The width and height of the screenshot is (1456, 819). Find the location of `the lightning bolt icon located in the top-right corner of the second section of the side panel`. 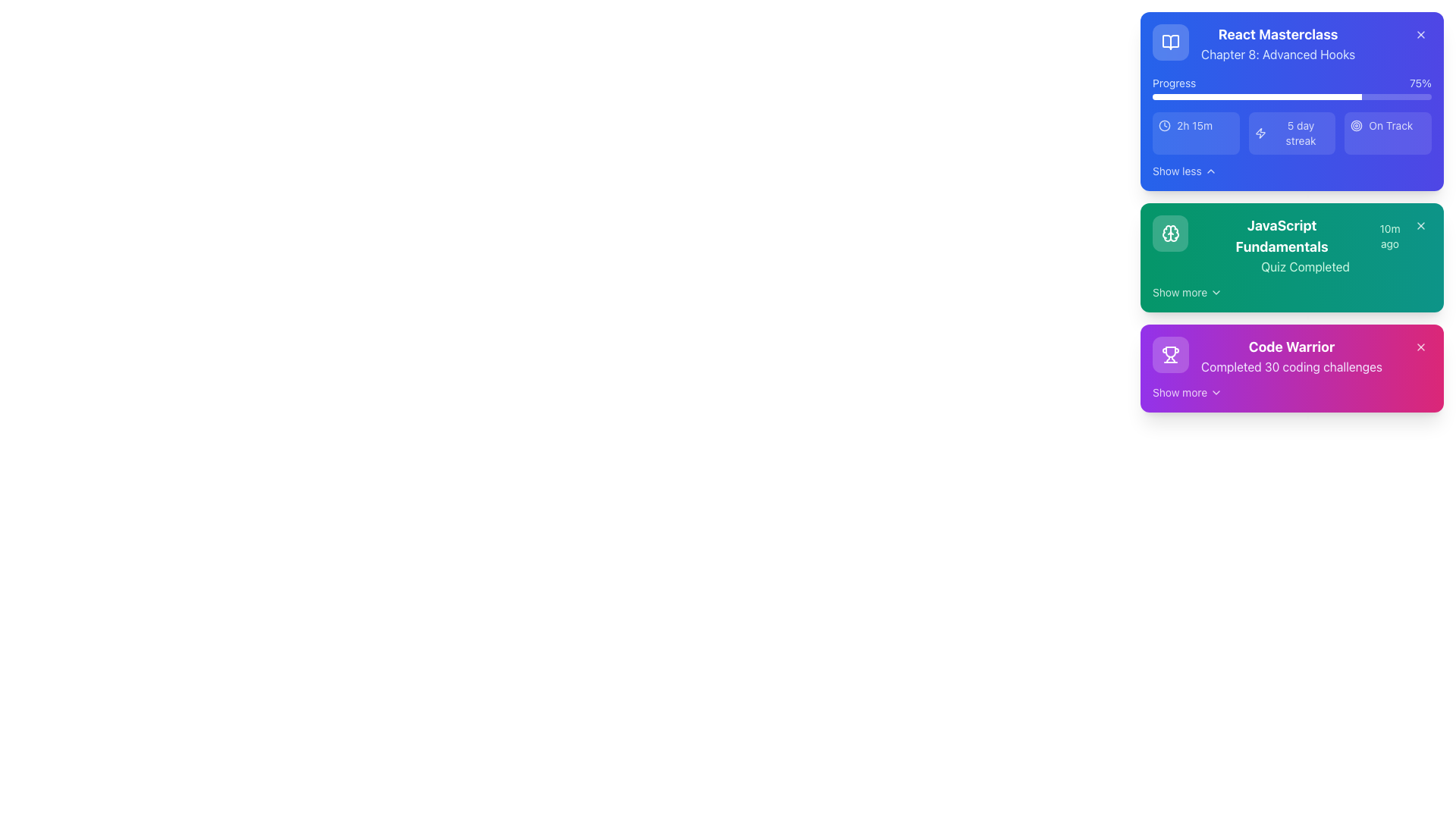

the lightning bolt icon located in the top-right corner of the second section of the side panel is located at coordinates (1260, 133).